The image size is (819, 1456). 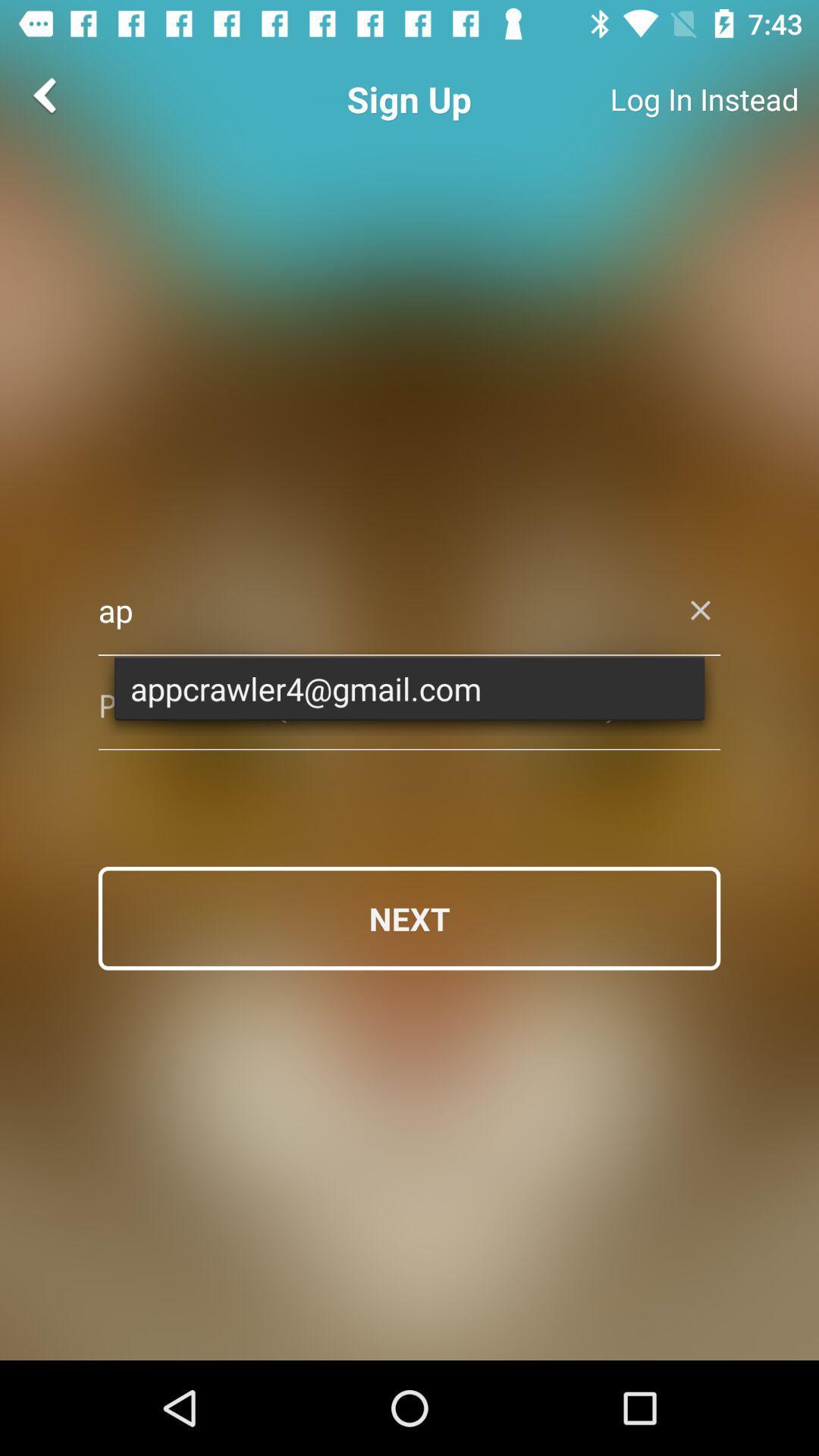 What do you see at coordinates (46, 94) in the screenshot?
I see `the arrow_backward icon` at bounding box center [46, 94].